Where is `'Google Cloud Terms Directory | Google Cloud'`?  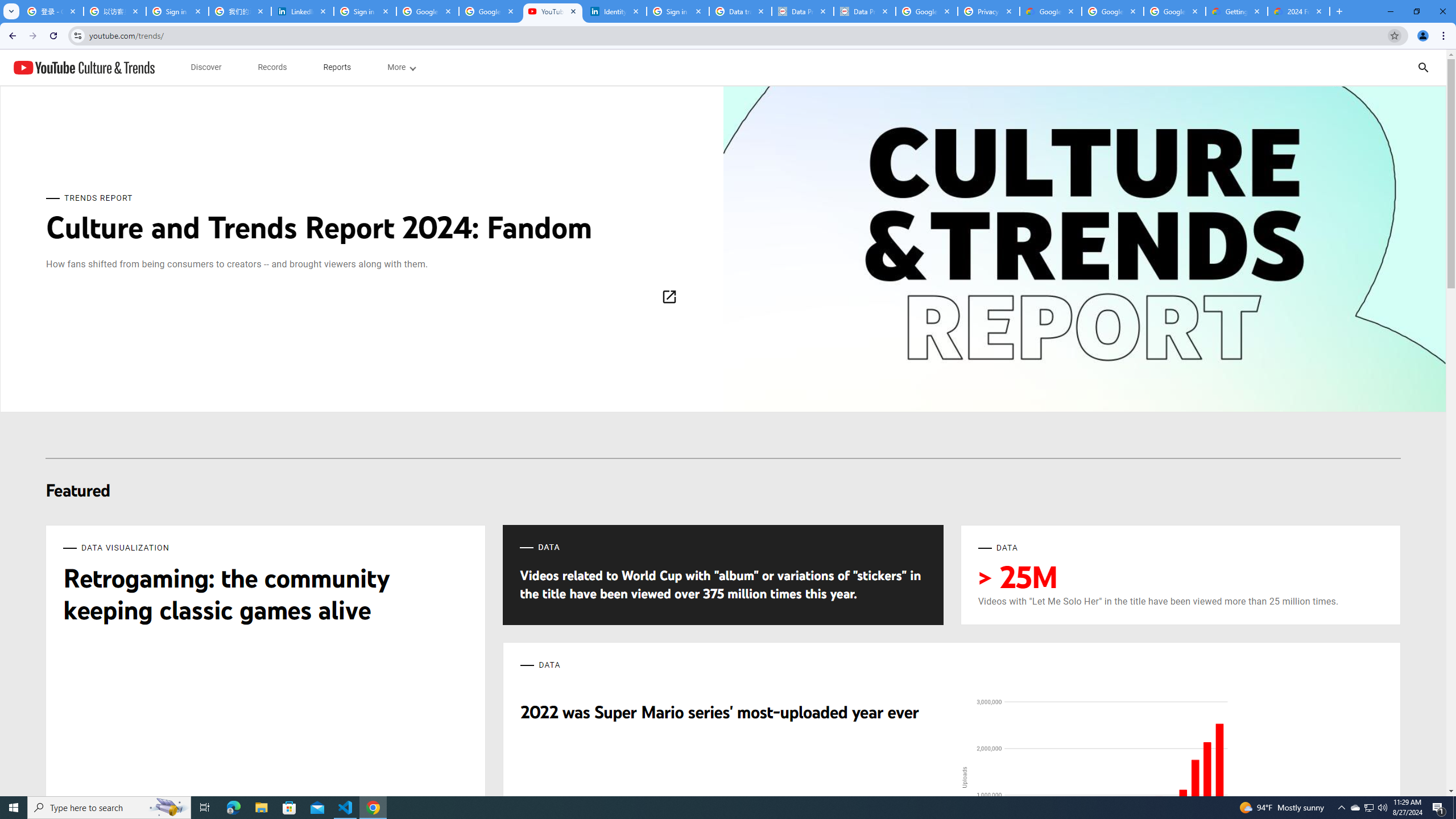 'Google Cloud Terms Directory | Google Cloud' is located at coordinates (1050, 11).